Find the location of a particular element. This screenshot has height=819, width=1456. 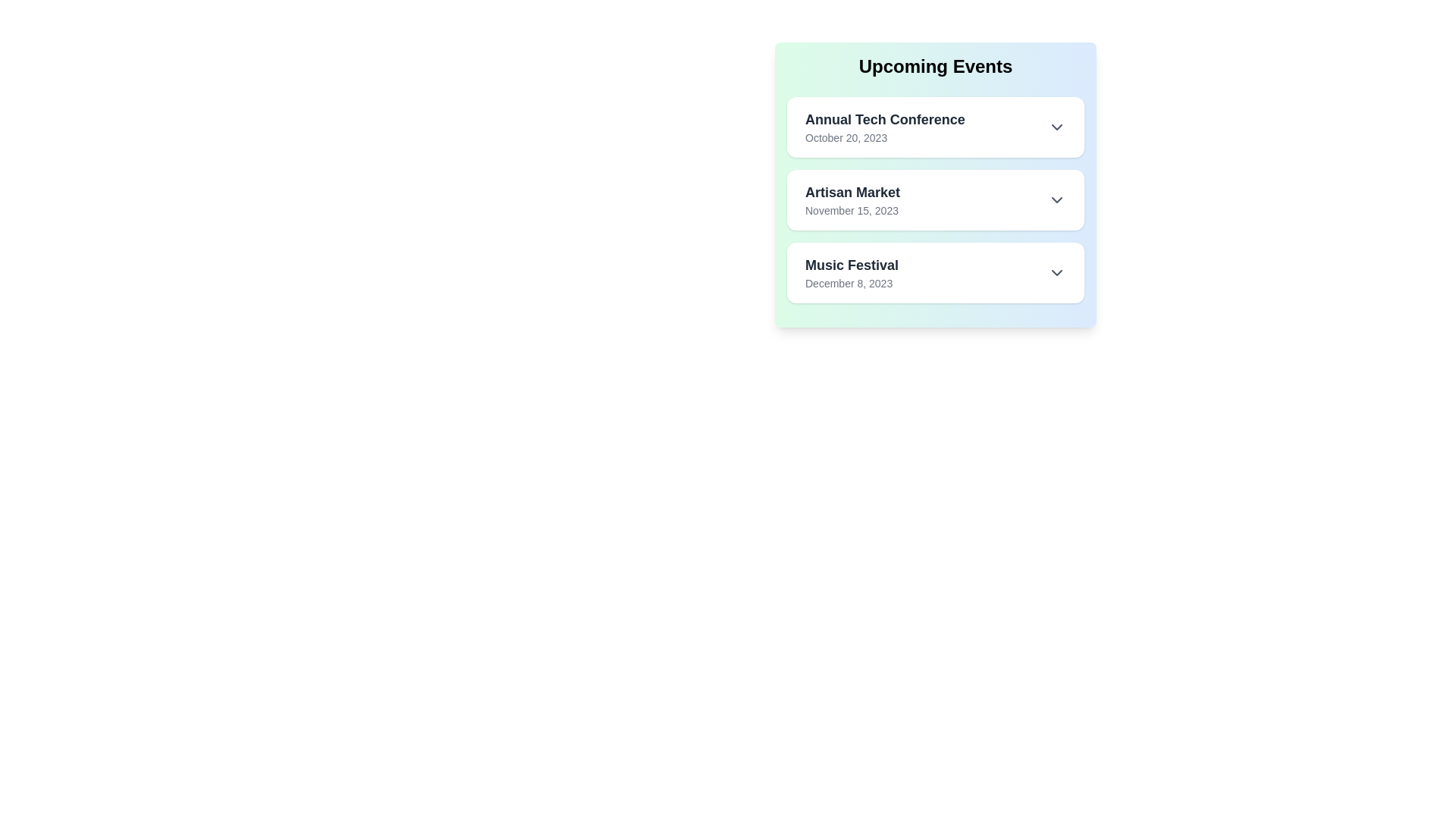

the Text label that provides information about the date of the 'Music Festival' event, located beneath the title text of the event card in the lower portion of the card is located at coordinates (852, 284).